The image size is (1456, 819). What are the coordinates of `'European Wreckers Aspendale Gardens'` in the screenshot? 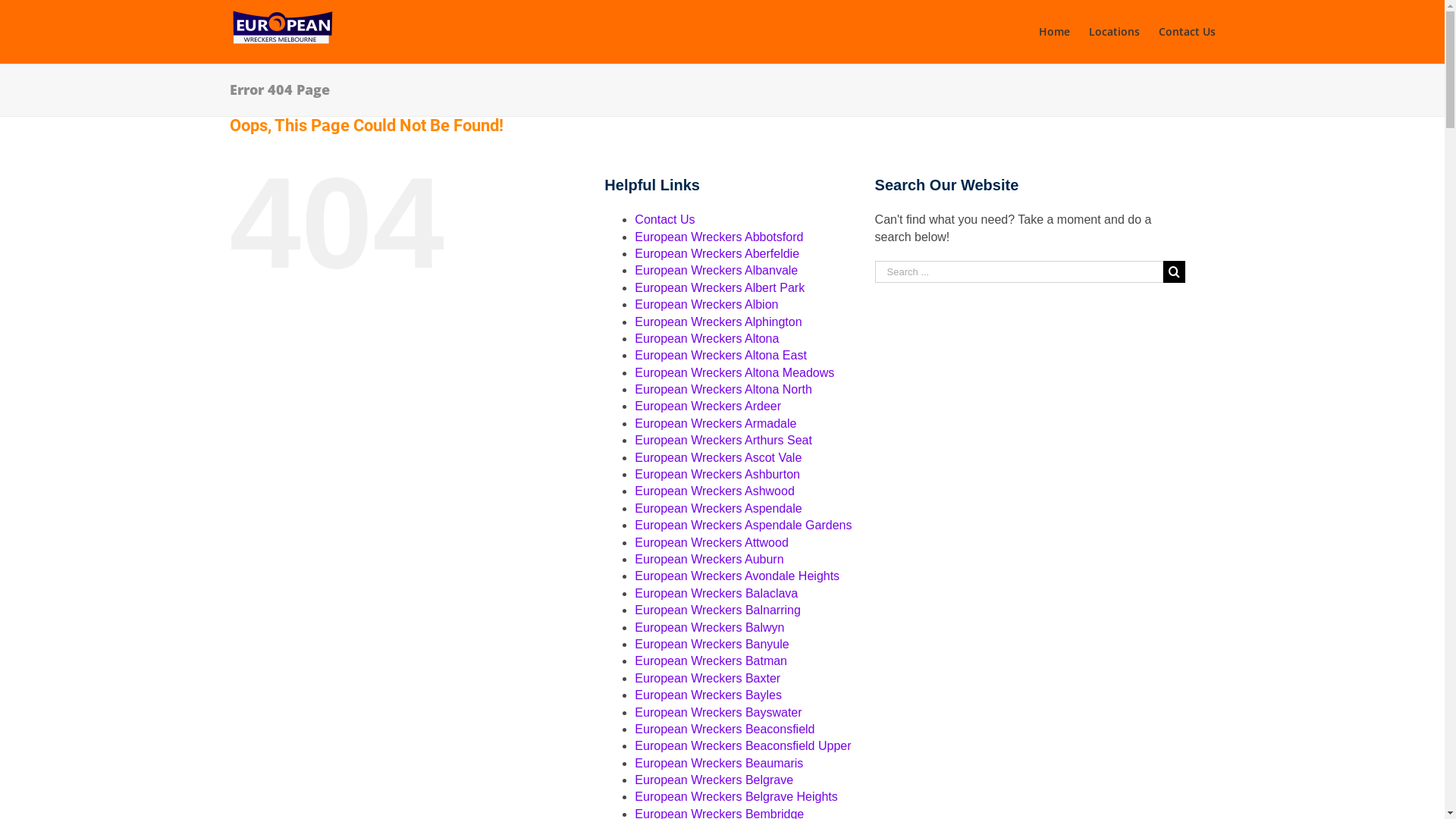 It's located at (742, 524).